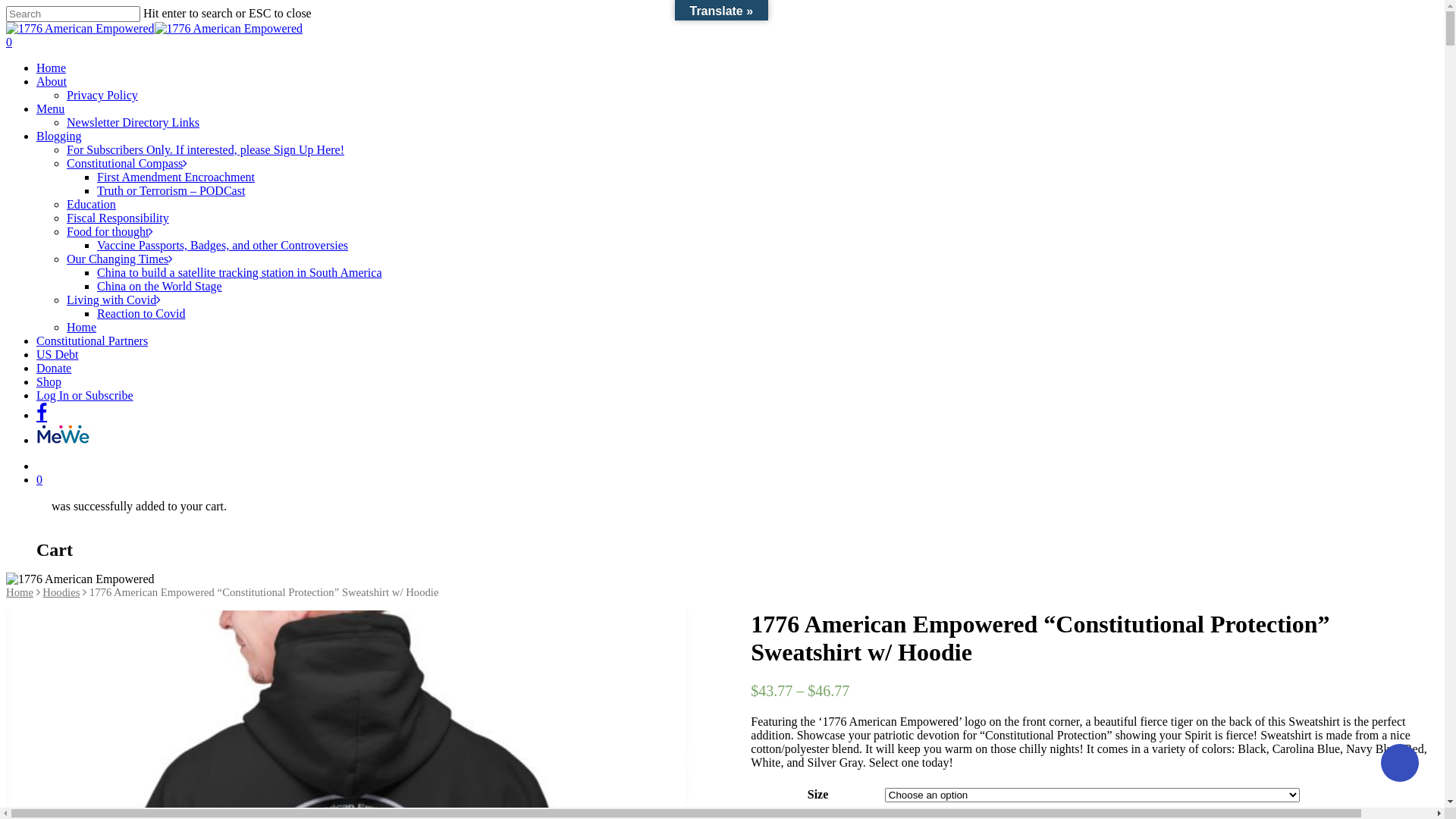 This screenshot has width=1456, height=819. Describe the element at coordinates (101, 95) in the screenshot. I see `'Privacy Policy'` at that location.